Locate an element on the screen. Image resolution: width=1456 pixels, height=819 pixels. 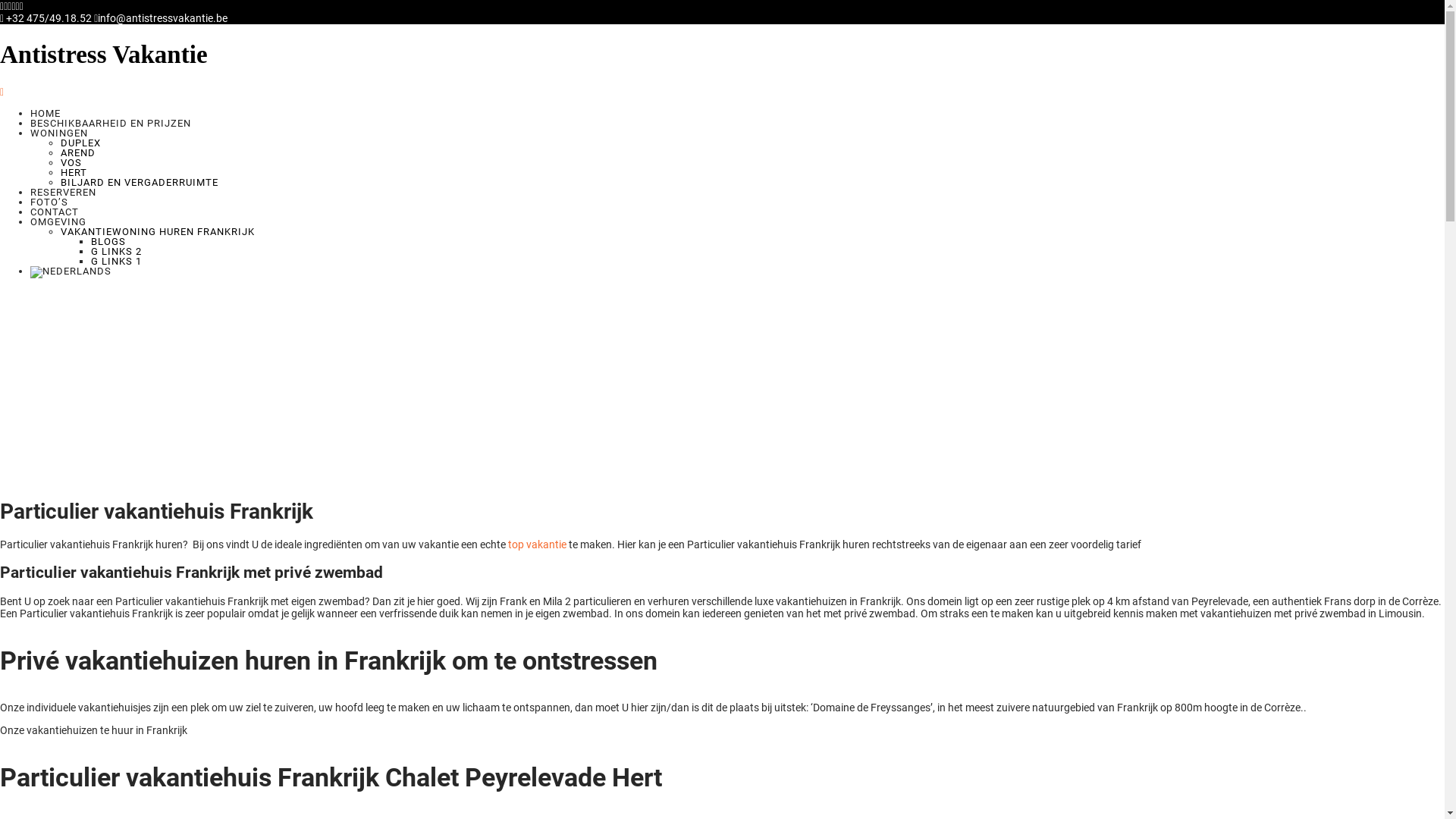
'Antistress Vakantie' is located at coordinates (0, 54).